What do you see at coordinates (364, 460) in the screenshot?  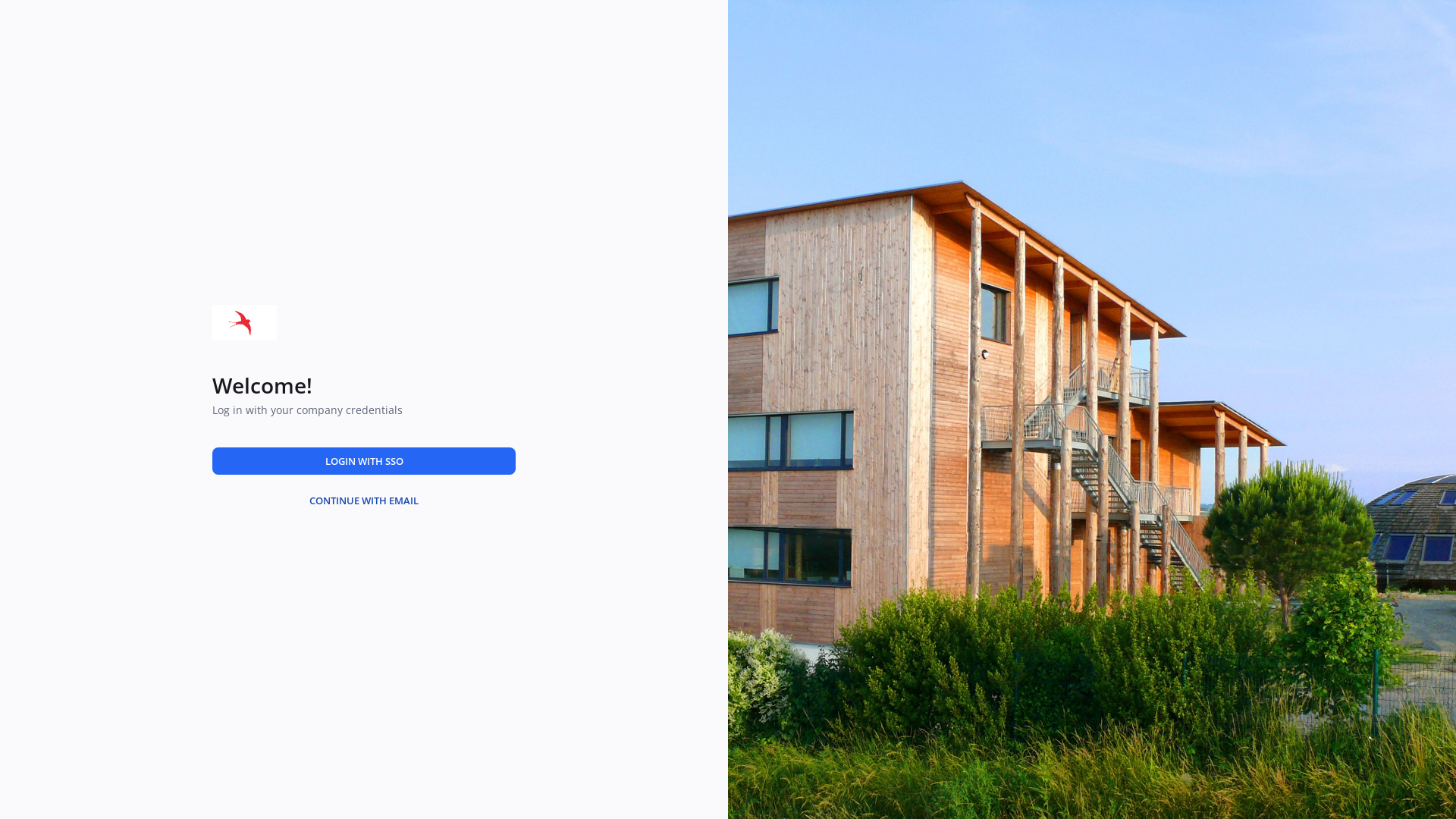 I see `'LOGIN WITH SSO'` at bounding box center [364, 460].